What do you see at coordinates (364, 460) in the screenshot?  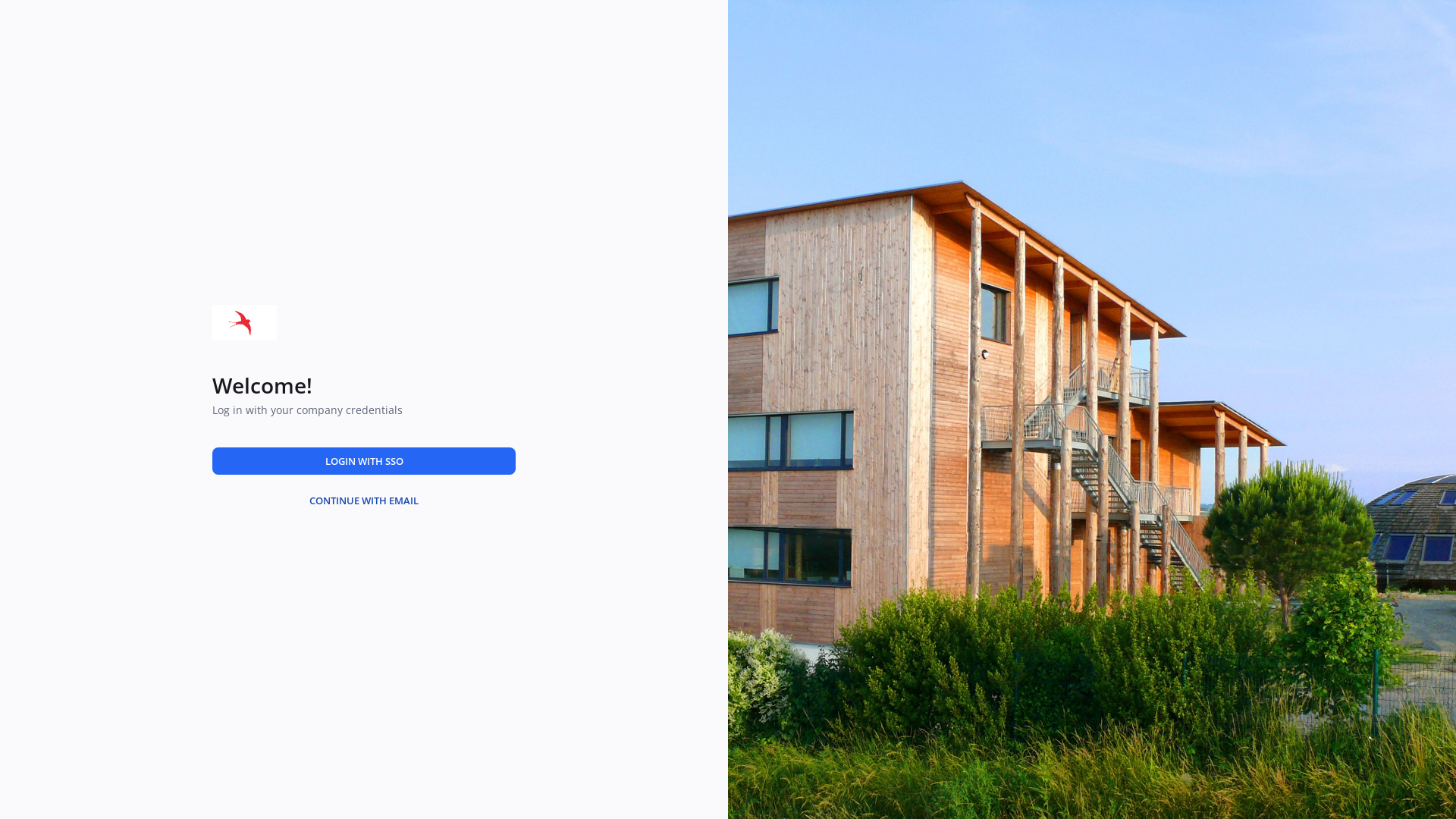 I see `'LOGIN WITH SSO'` at bounding box center [364, 460].